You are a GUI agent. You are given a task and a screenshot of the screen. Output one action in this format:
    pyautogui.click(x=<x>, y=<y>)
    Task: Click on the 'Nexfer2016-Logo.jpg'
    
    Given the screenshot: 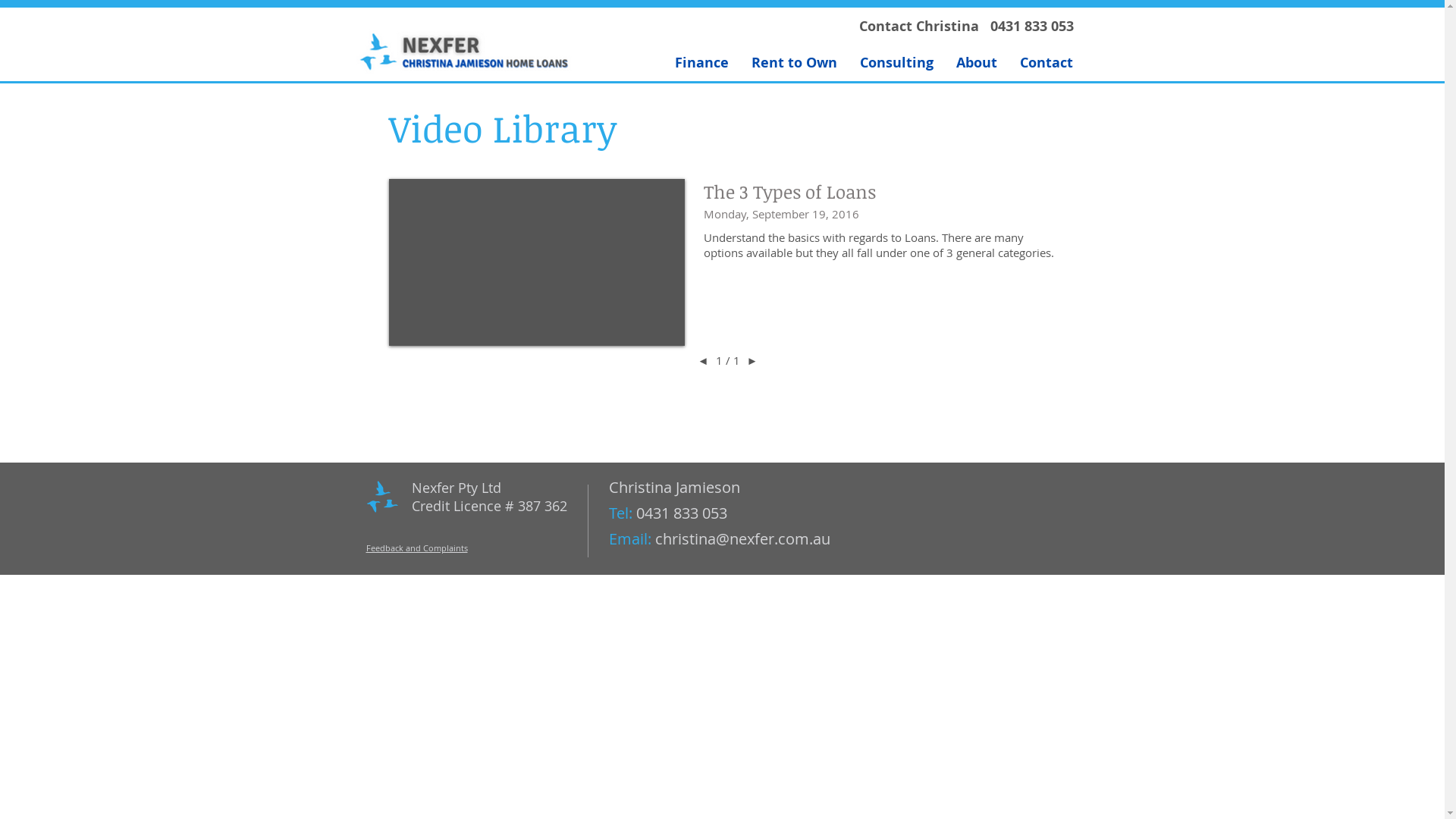 What is the action you would take?
    pyautogui.click(x=463, y=49)
    